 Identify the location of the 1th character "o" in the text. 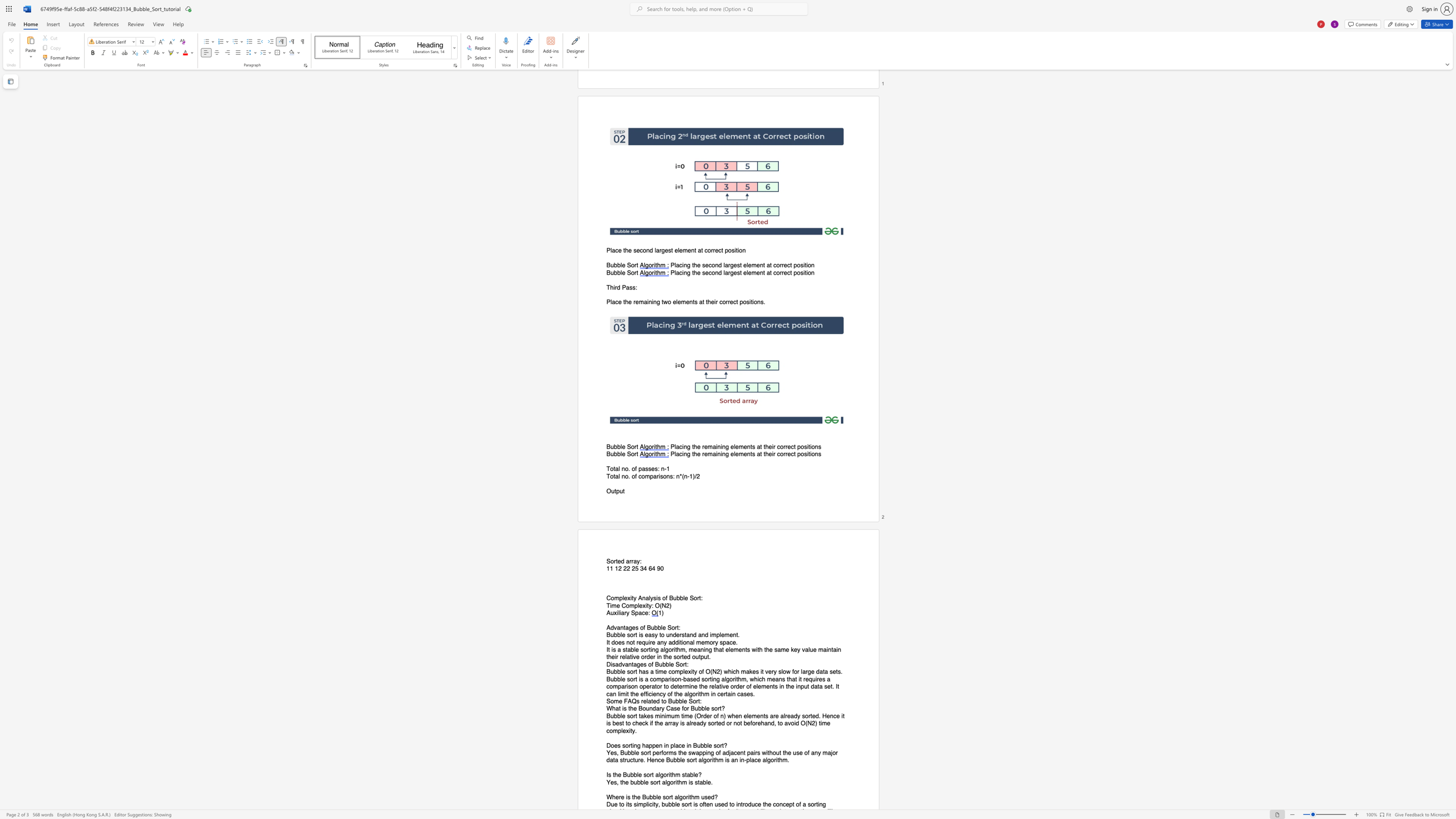
(641, 627).